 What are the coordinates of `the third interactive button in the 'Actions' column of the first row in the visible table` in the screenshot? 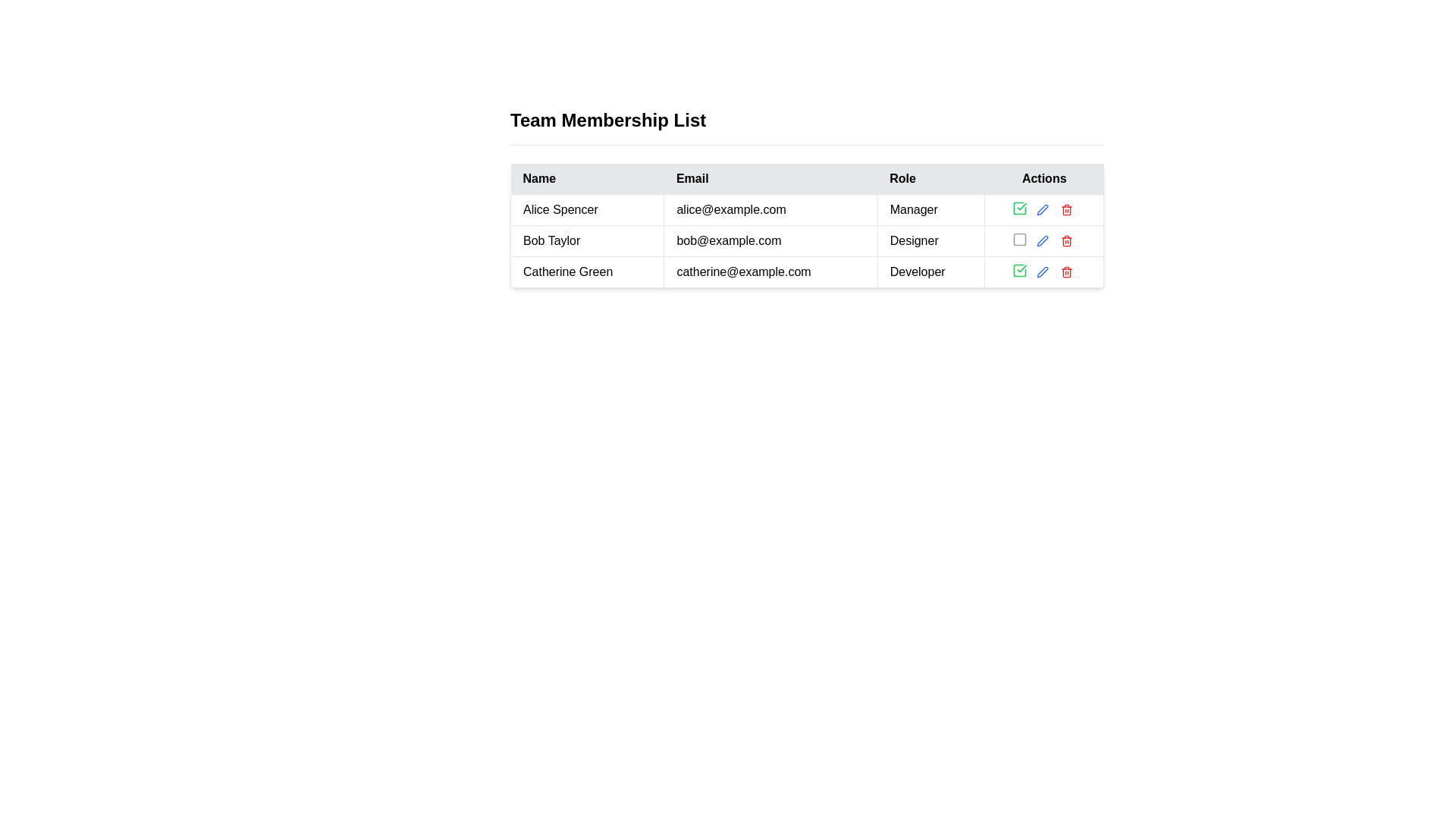 It's located at (1066, 210).